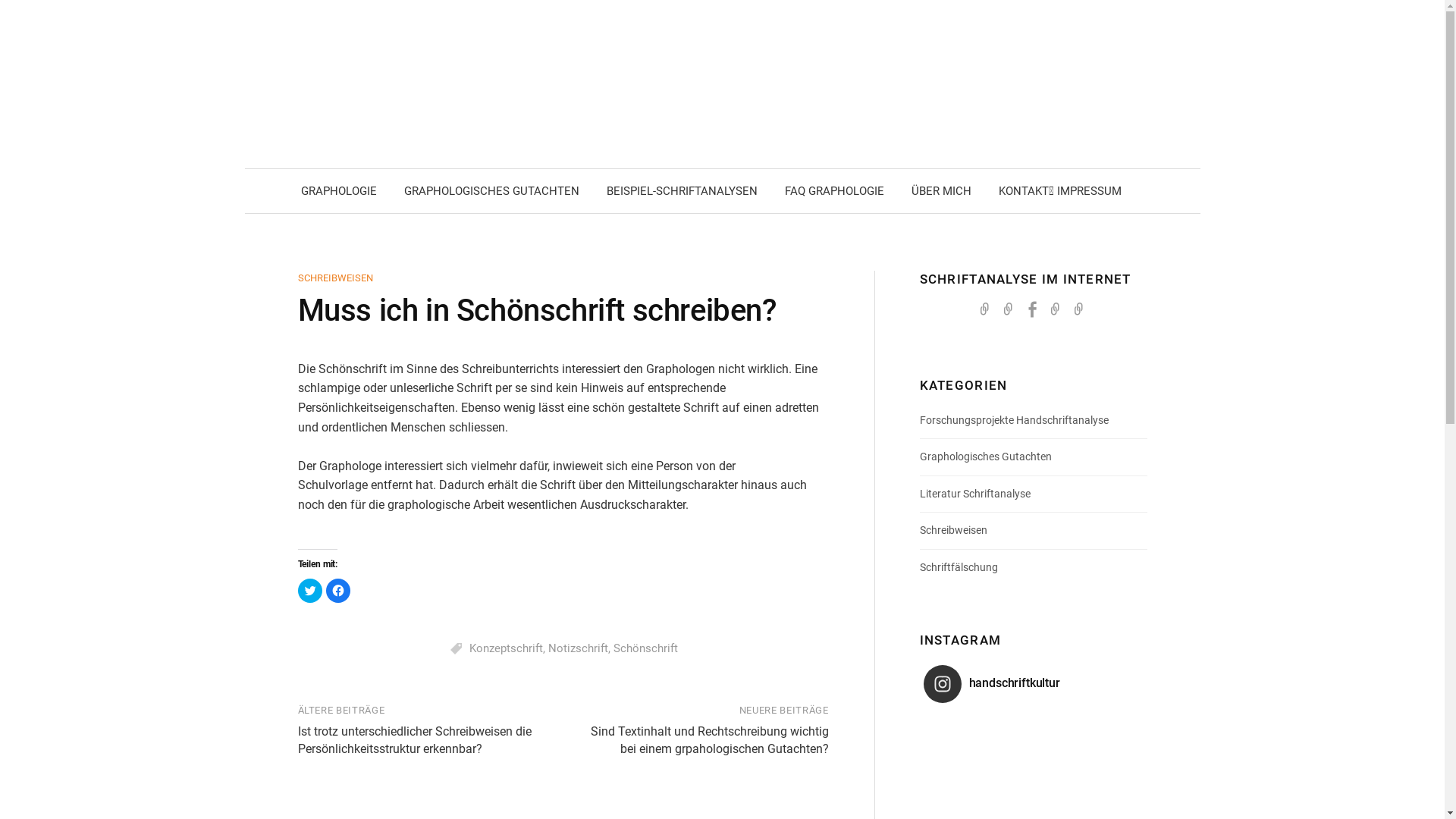 The image size is (1456, 819). I want to click on 'Konzeptschrift', so click(506, 648).